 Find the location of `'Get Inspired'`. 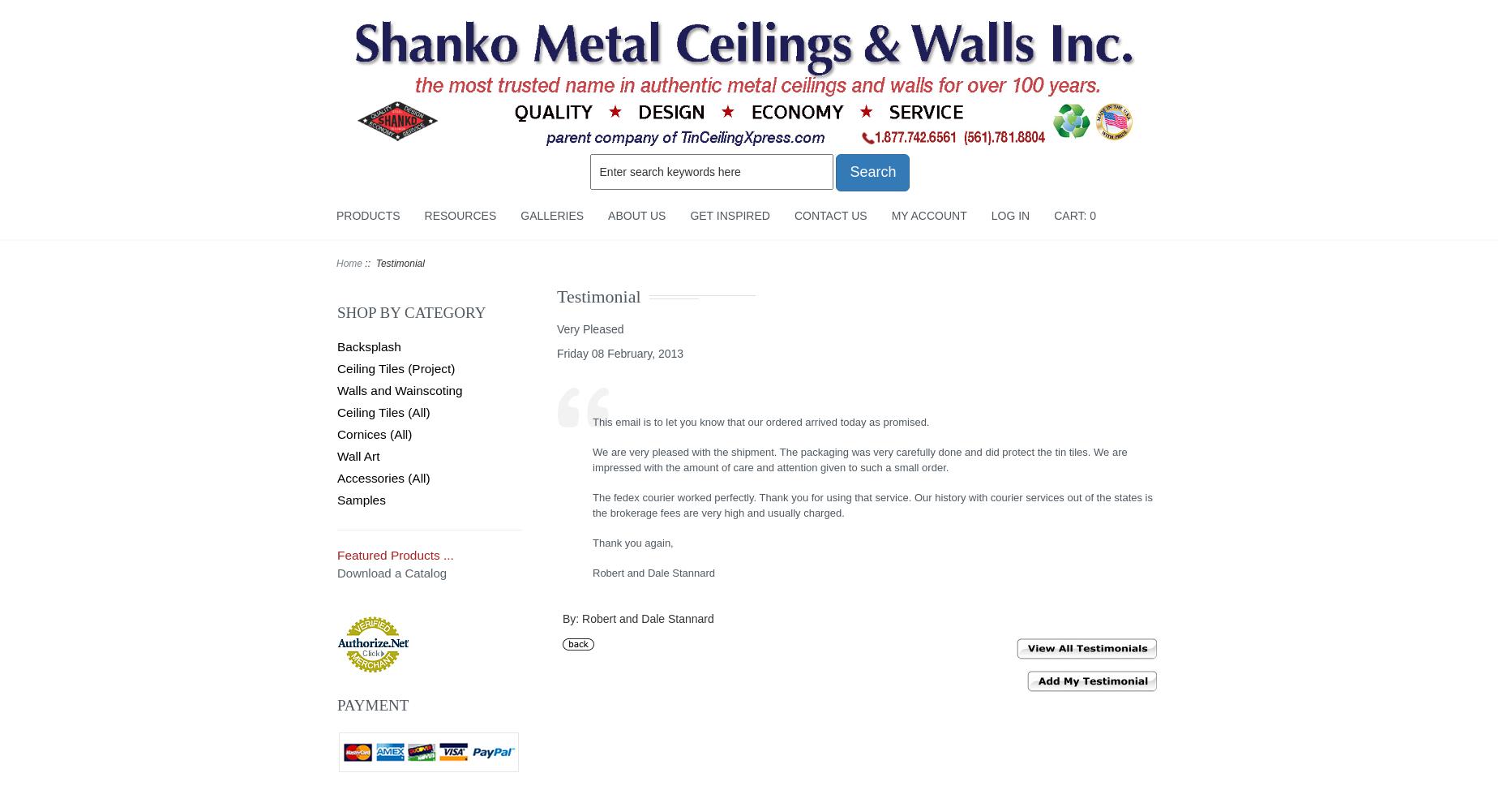

'Get Inspired' is located at coordinates (730, 215).